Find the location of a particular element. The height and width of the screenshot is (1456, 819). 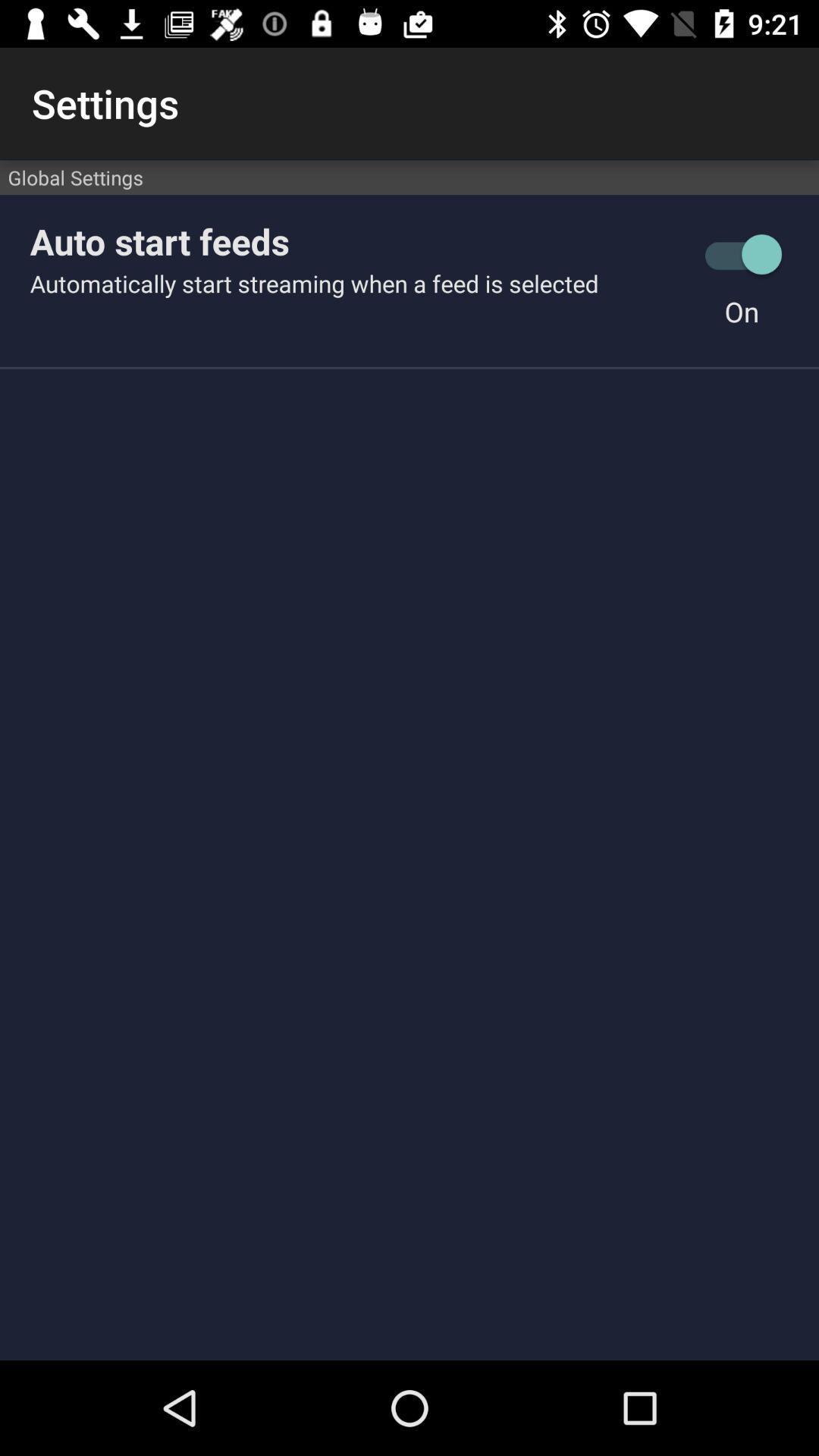

the item next to the auto start feeds item is located at coordinates (741, 254).